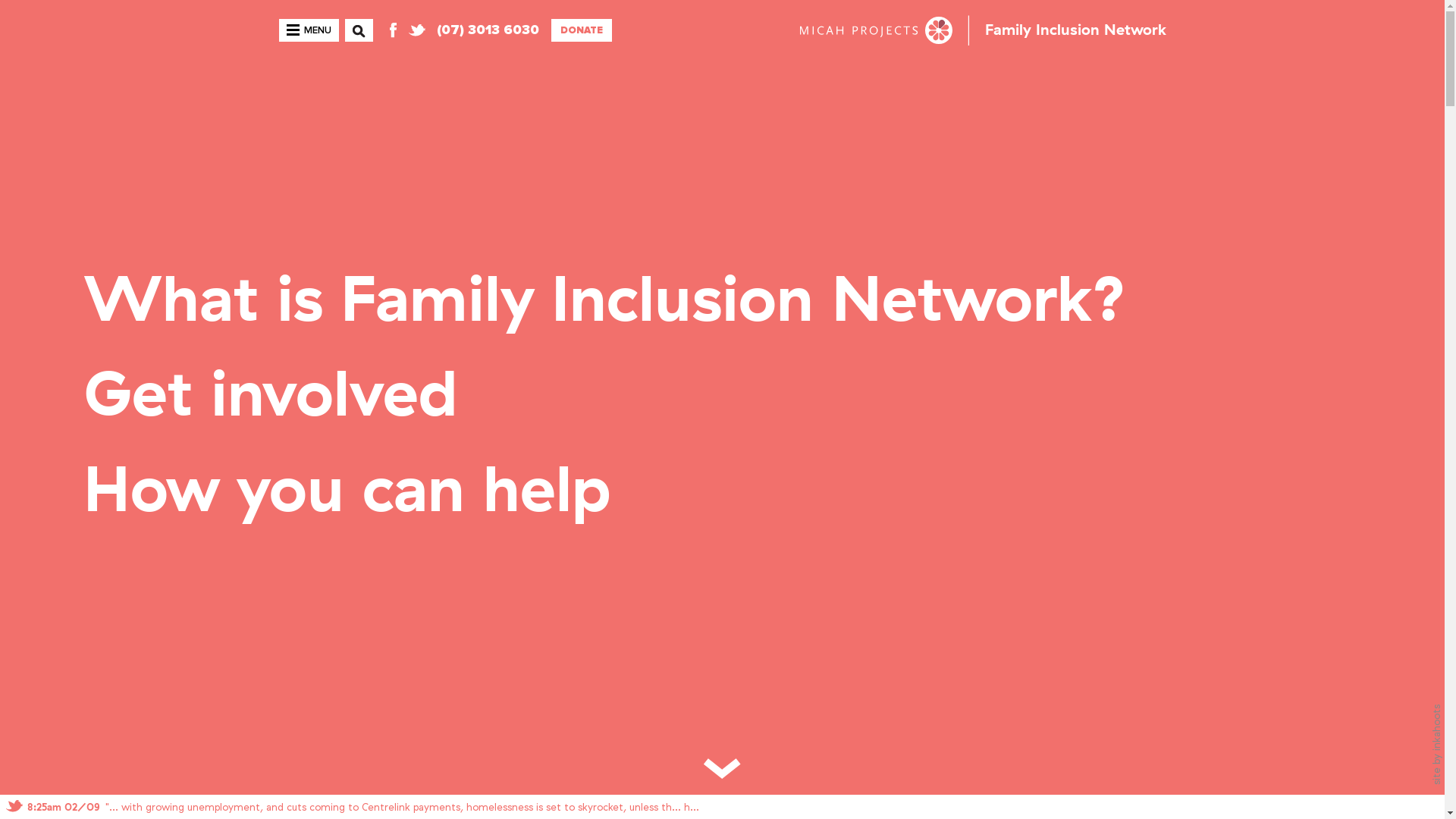 The width and height of the screenshot is (1456, 819). Describe the element at coordinates (346, 491) in the screenshot. I see `'How you can help'` at that location.